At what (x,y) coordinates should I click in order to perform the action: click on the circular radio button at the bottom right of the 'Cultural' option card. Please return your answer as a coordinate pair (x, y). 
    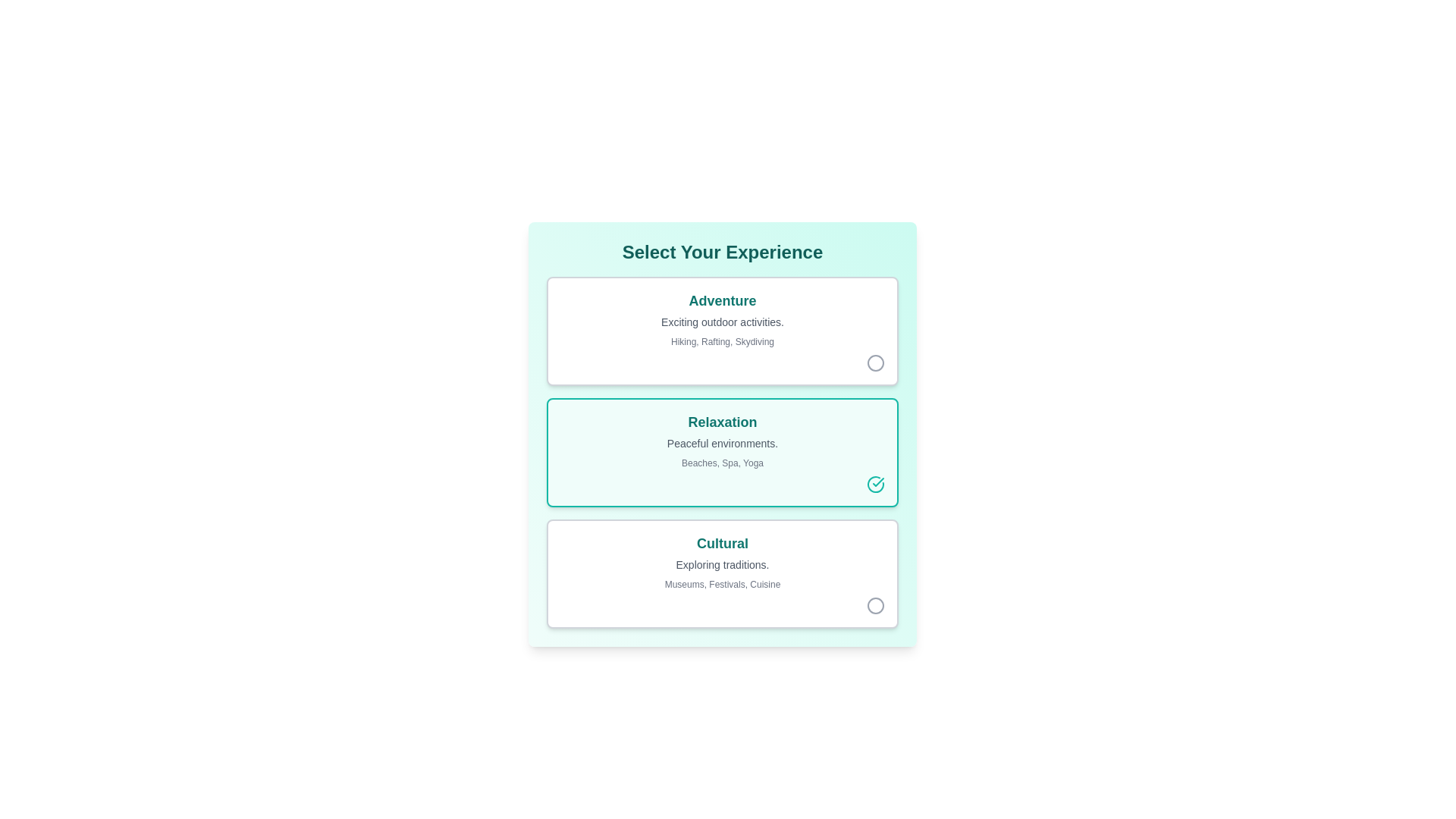
    Looking at the image, I should click on (876, 604).